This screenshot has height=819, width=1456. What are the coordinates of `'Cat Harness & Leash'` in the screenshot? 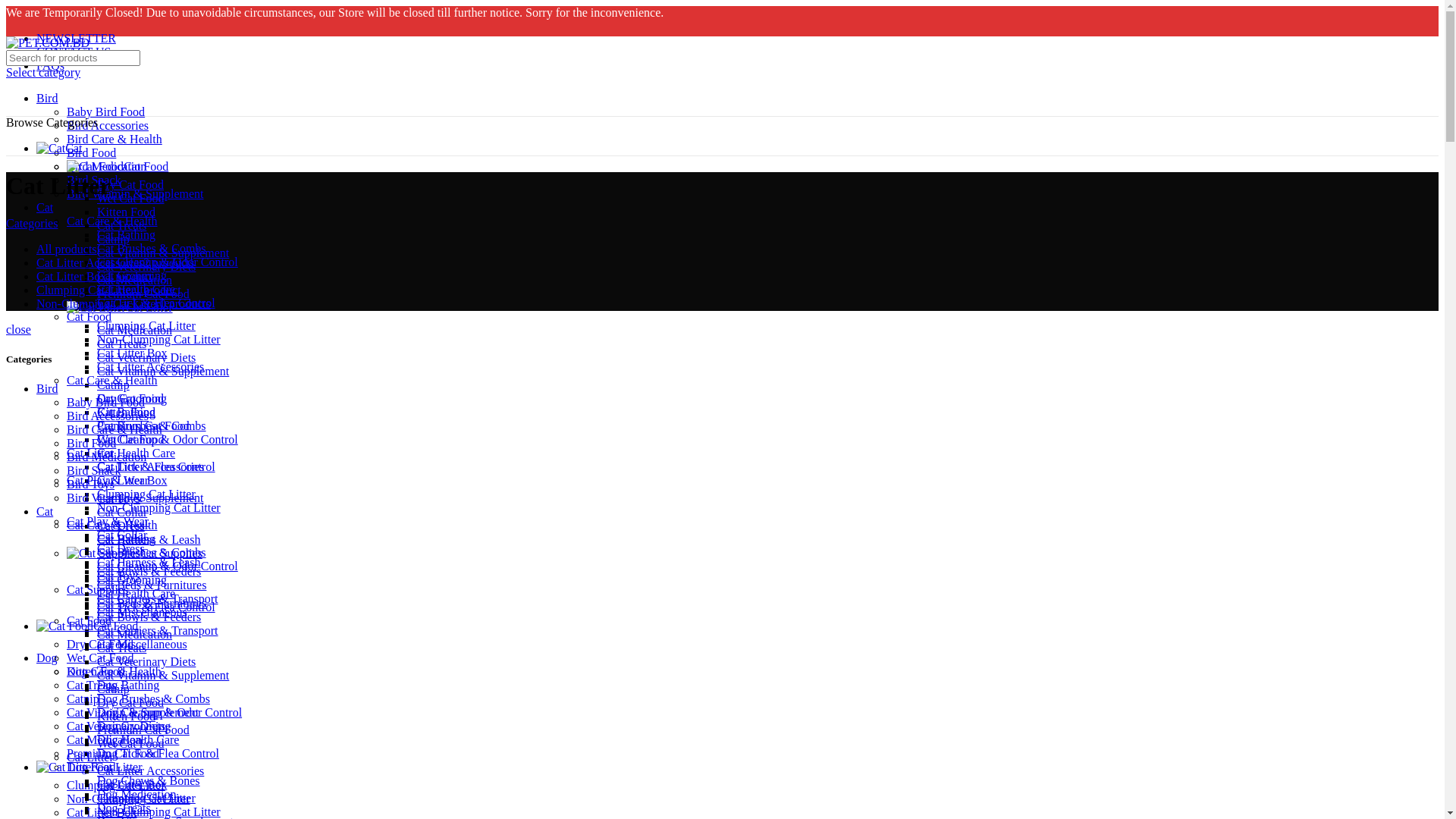 It's located at (149, 538).